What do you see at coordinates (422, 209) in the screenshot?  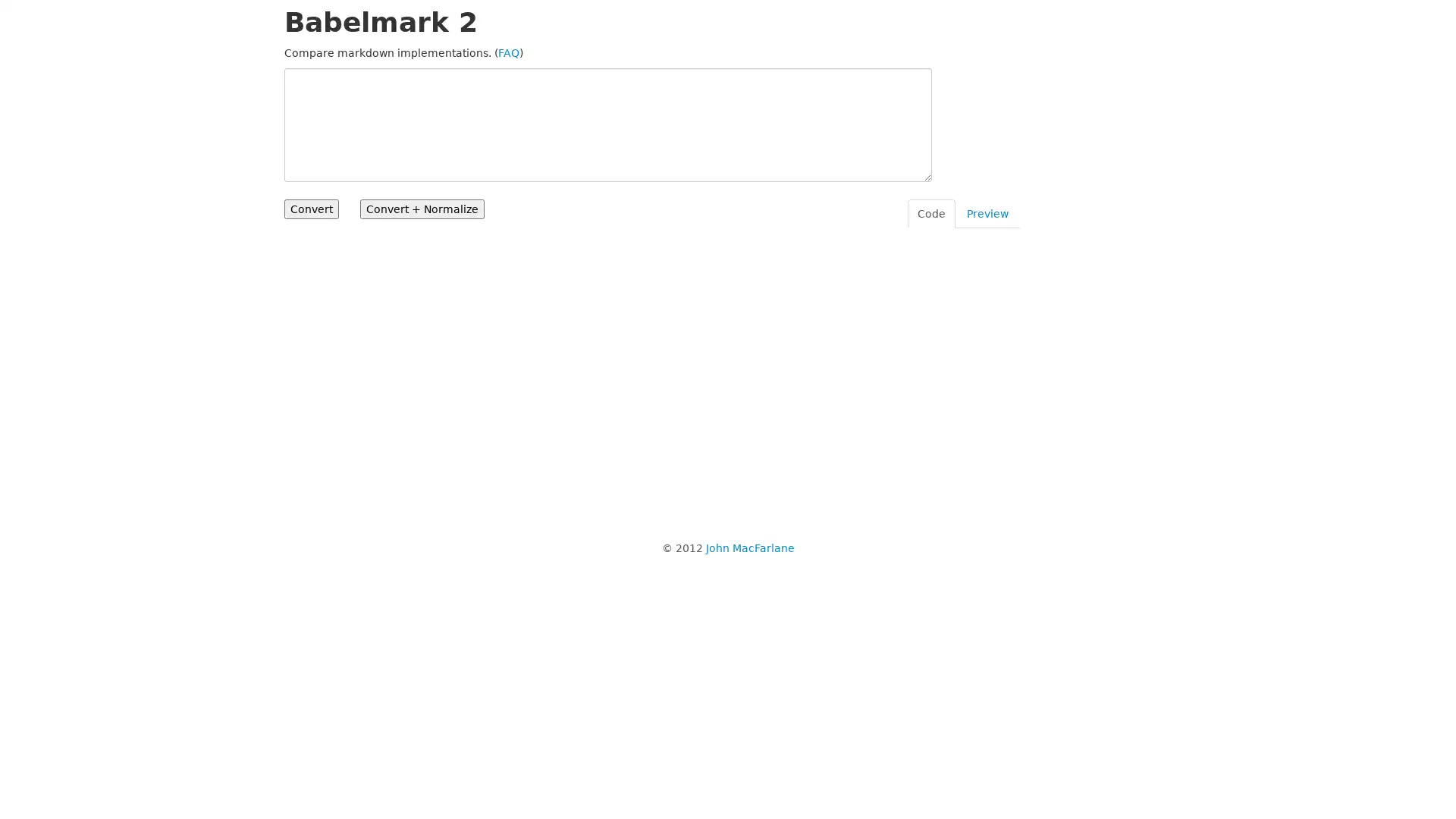 I see `Convert + Normalize` at bounding box center [422, 209].